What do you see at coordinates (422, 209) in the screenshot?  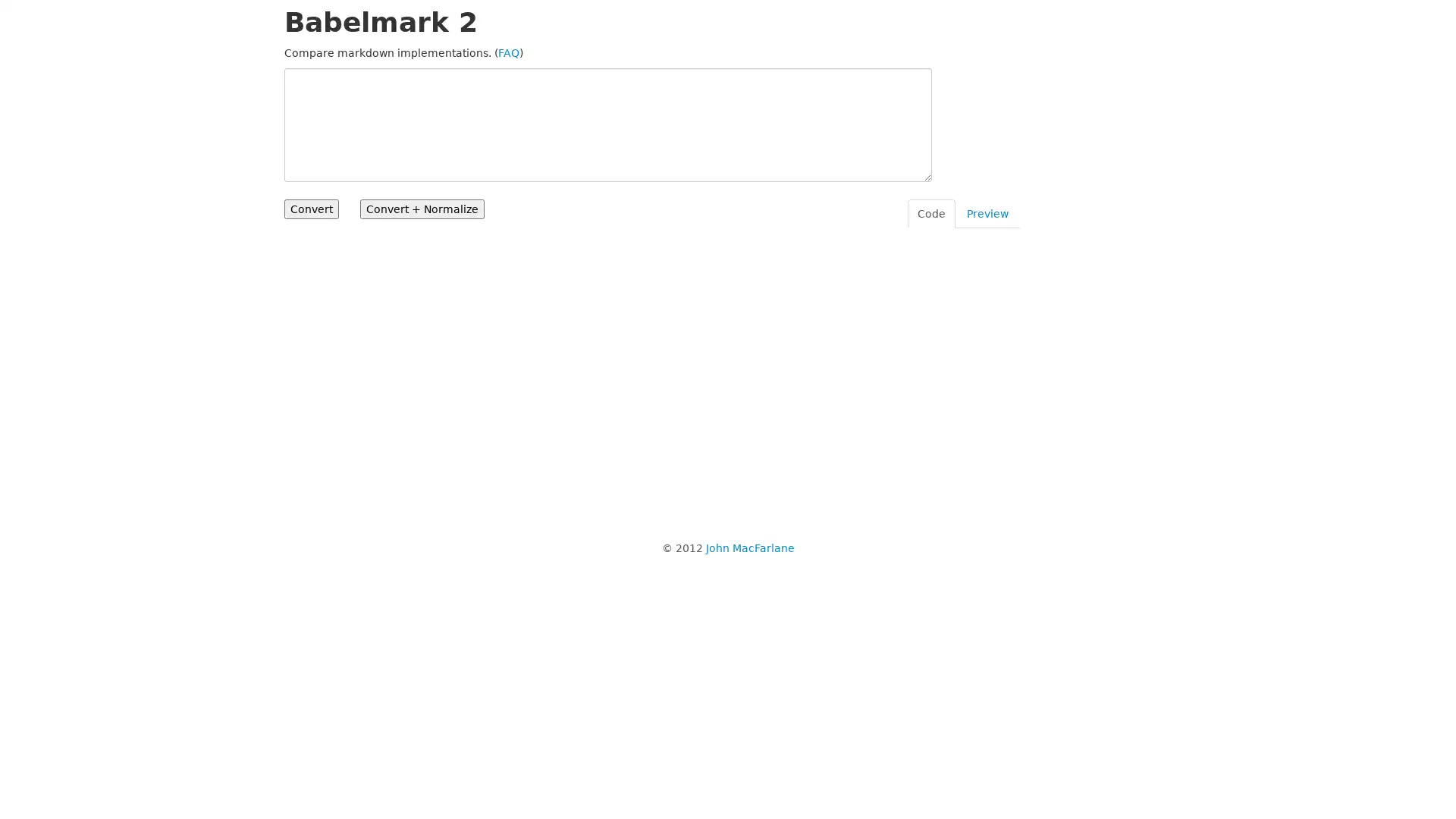 I see `Convert + Normalize` at bounding box center [422, 209].